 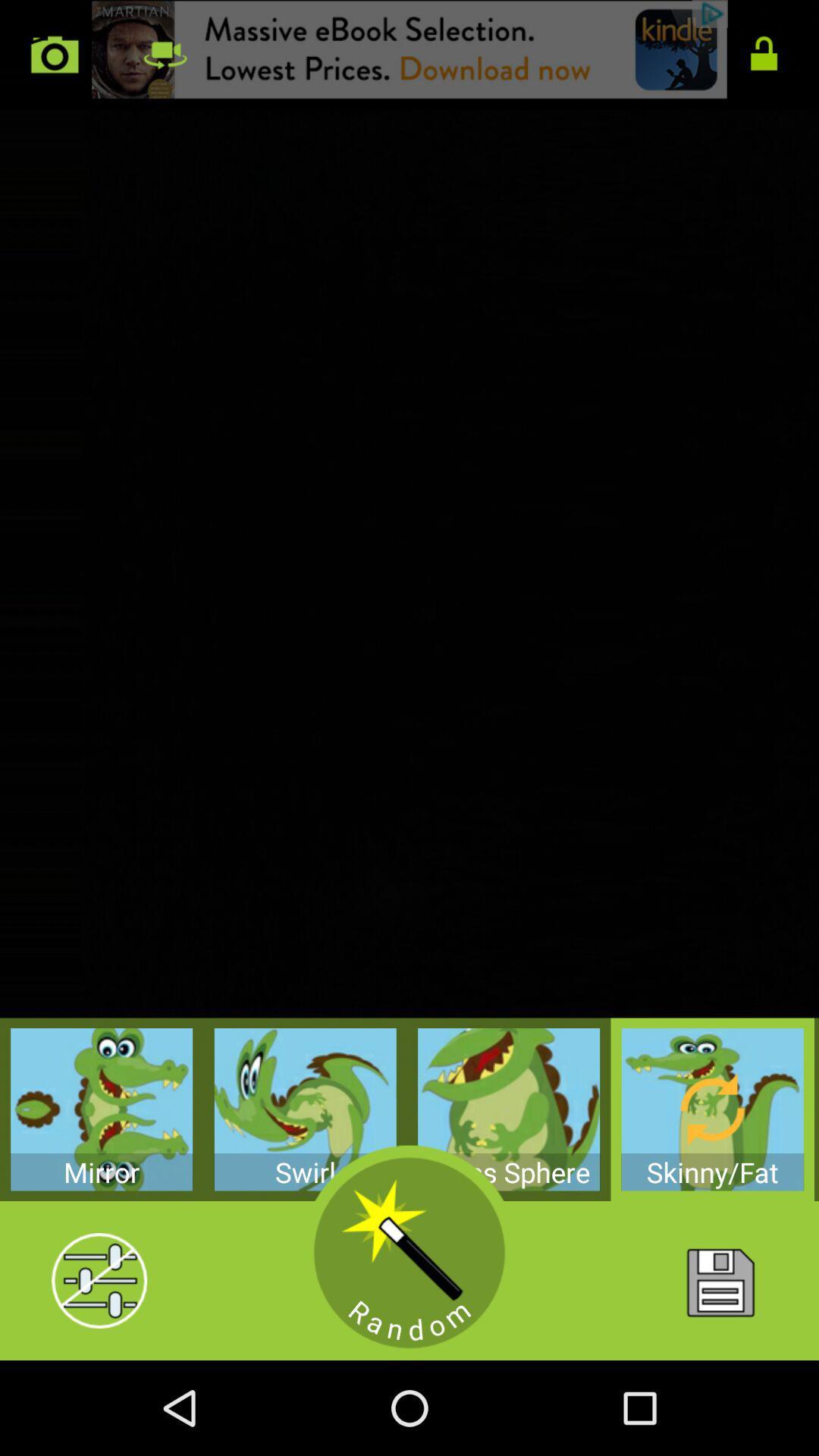 What do you see at coordinates (764, 58) in the screenshot?
I see `the lock icon` at bounding box center [764, 58].